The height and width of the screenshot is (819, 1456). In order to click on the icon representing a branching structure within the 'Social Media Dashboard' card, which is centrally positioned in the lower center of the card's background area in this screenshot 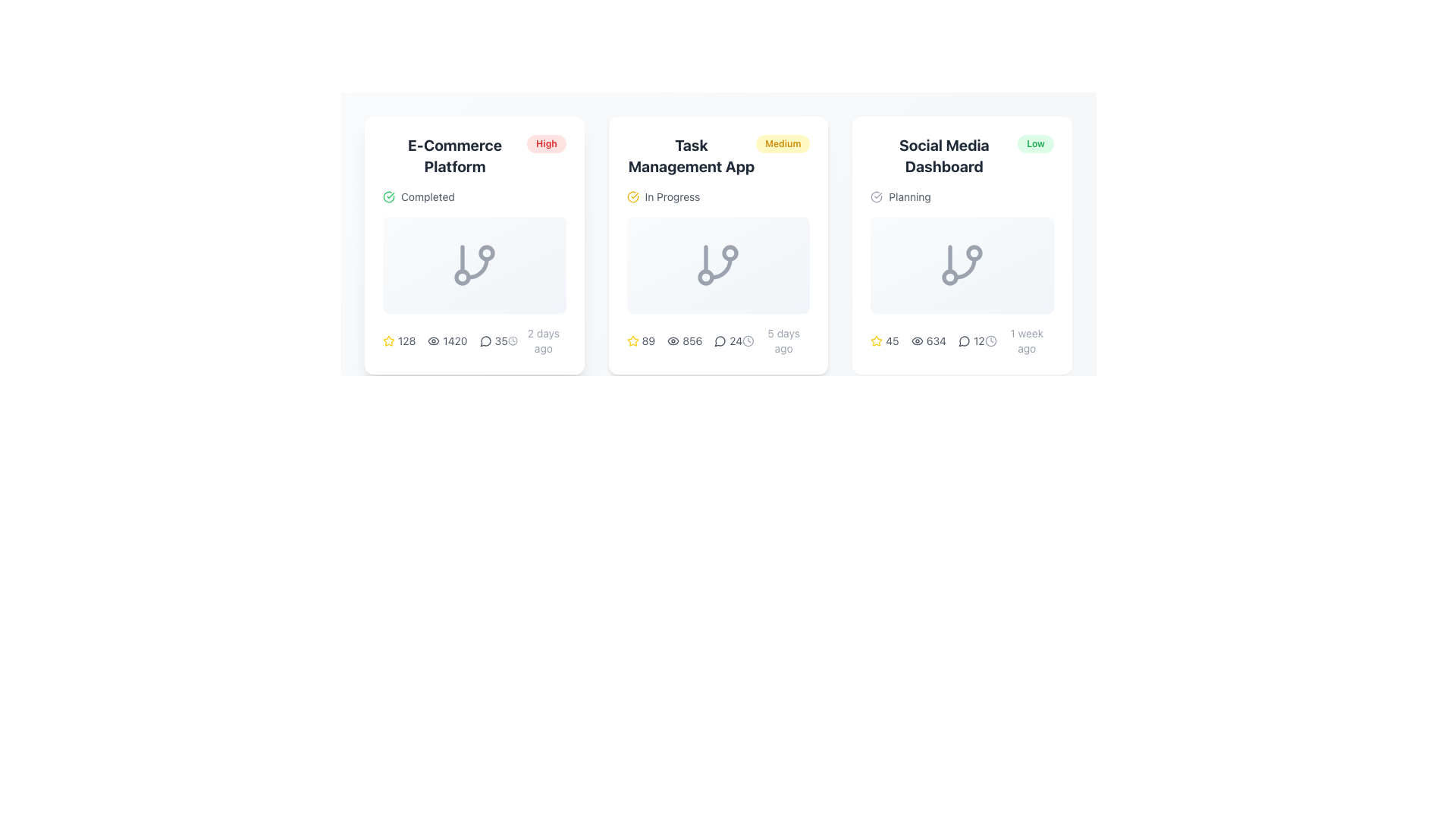, I will do `click(962, 265)`.